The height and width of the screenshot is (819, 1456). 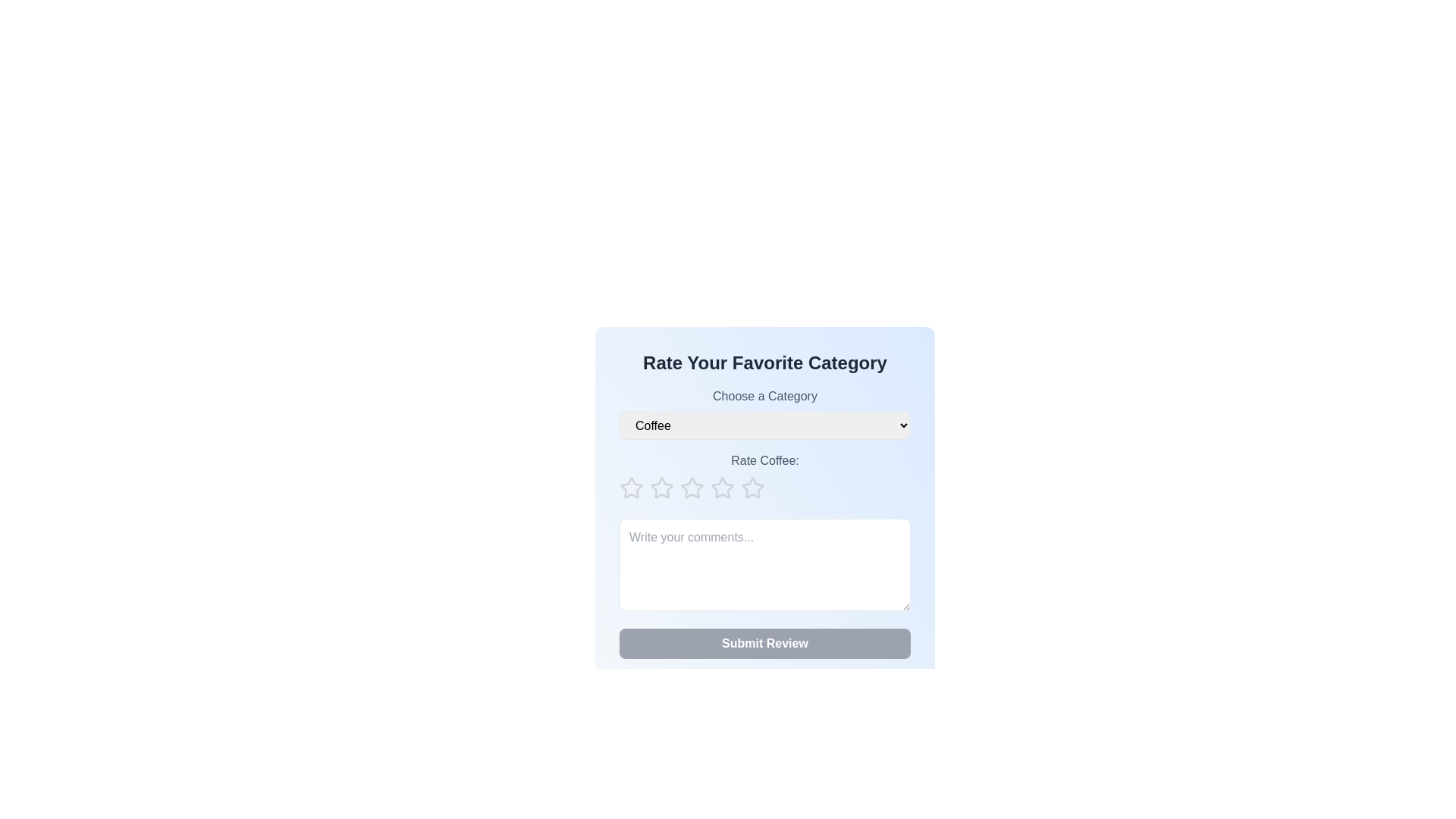 What do you see at coordinates (632, 488) in the screenshot?
I see `the first star icon in the five-star rating system, located below the 'Rate Coffee:' label` at bounding box center [632, 488].